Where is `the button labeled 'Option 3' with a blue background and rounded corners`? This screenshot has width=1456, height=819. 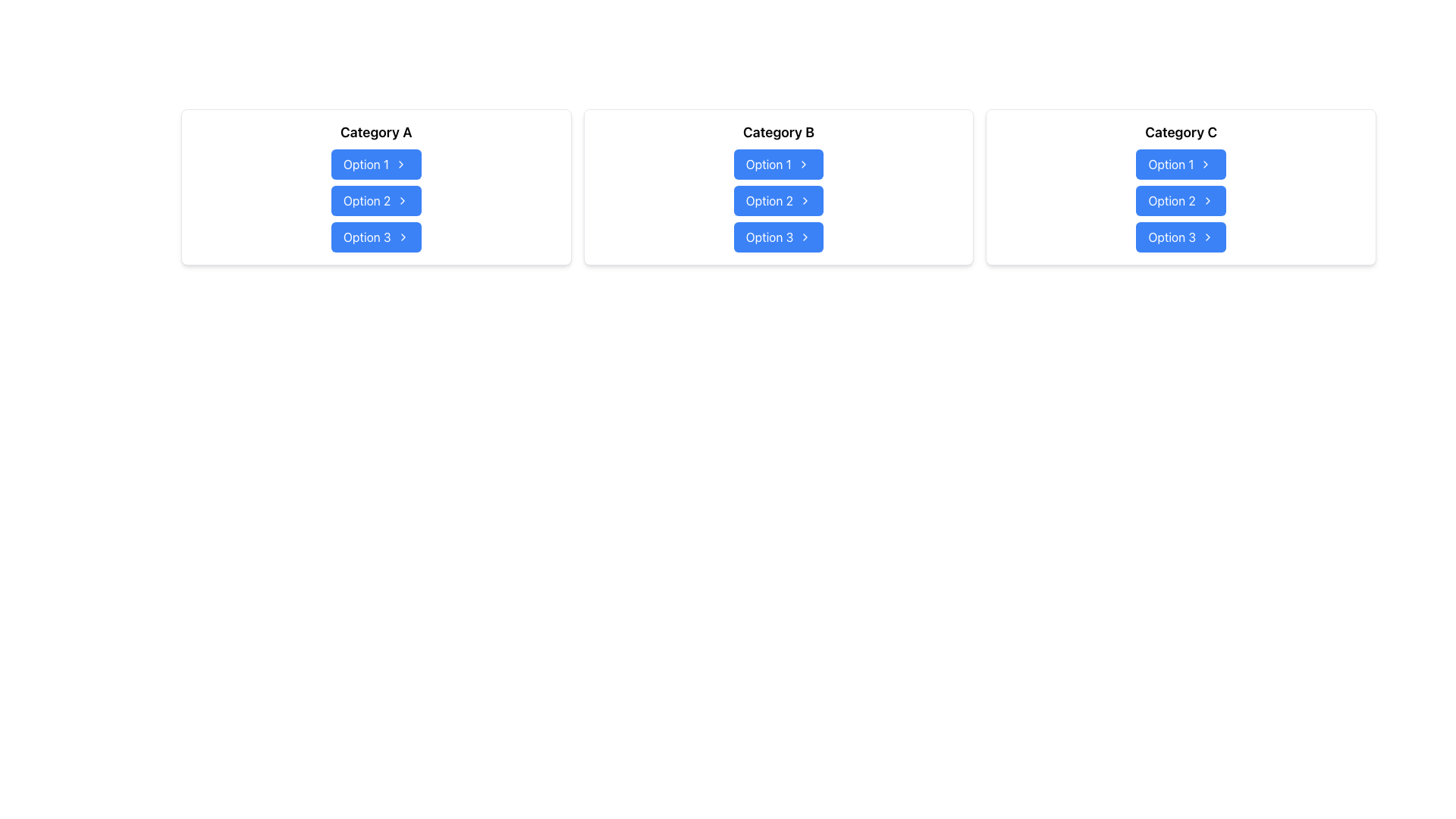
the button labeled 'Option 3' with a blue background and rounded corners is located at coordinates (1180, 237).